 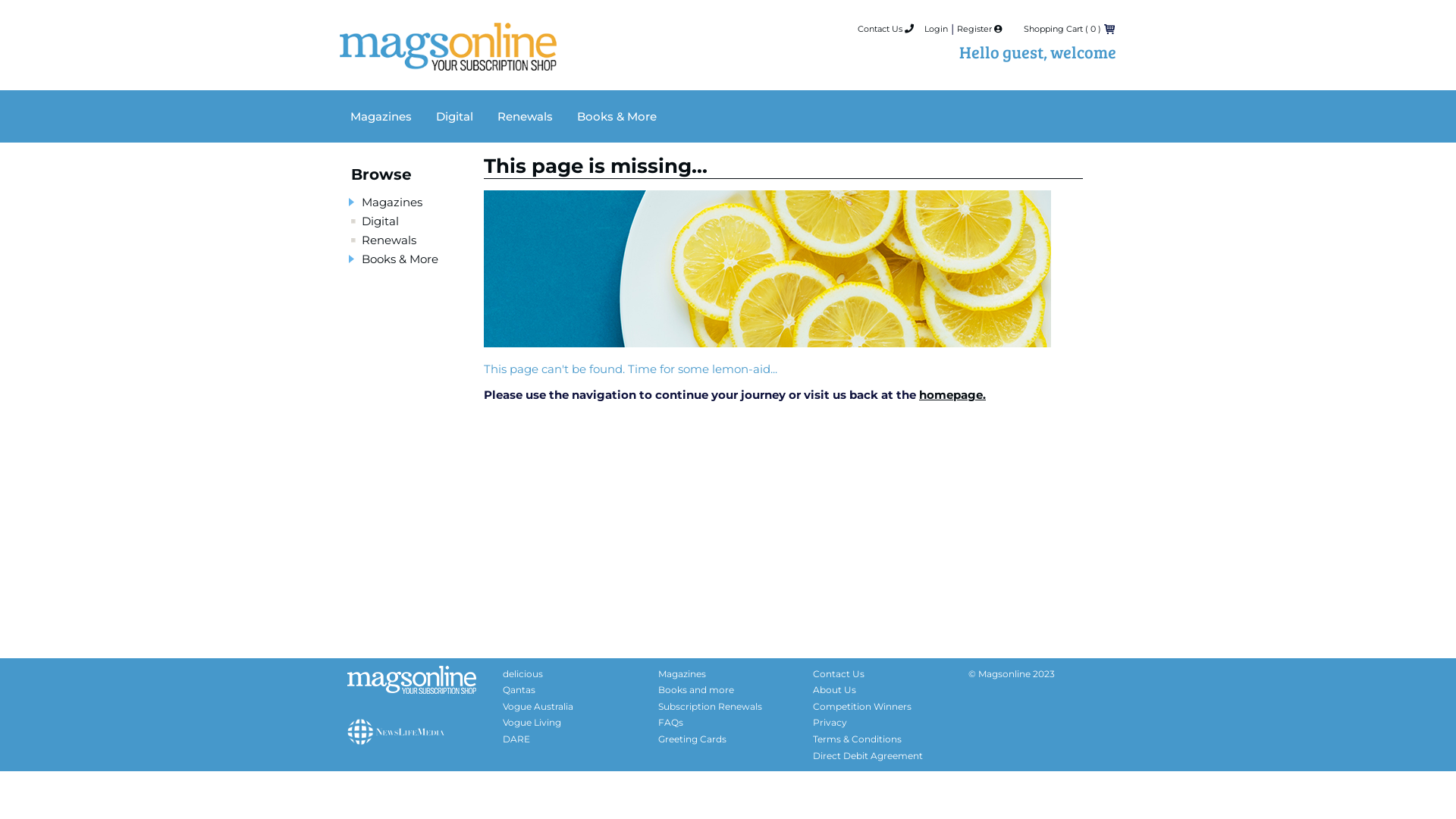 What do you see at coordinates (952, 394) in the screenshot?
I see `'homepage.'` at bounding box center [952, 394].